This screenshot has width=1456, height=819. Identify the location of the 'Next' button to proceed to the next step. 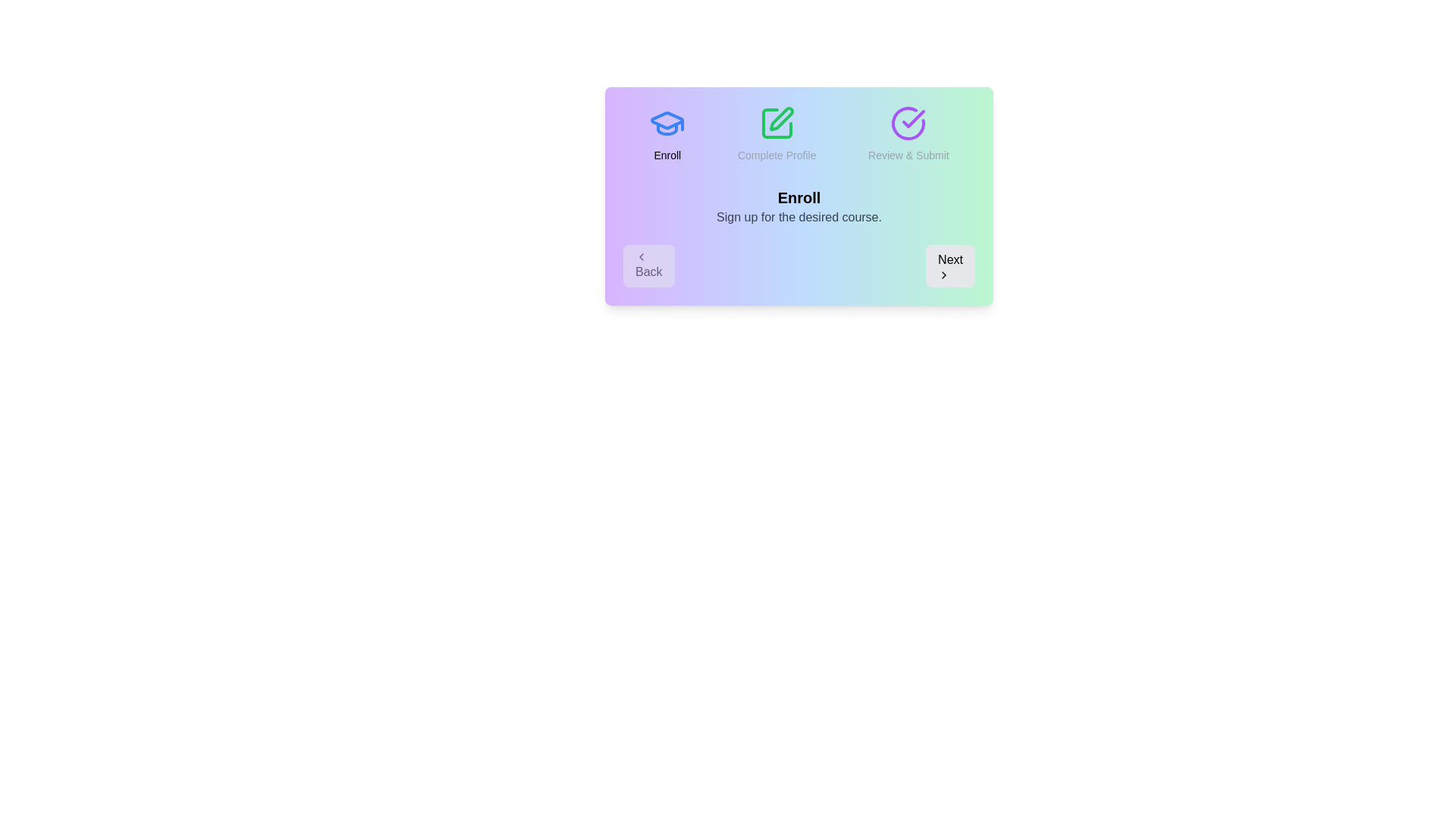
(949, 265).